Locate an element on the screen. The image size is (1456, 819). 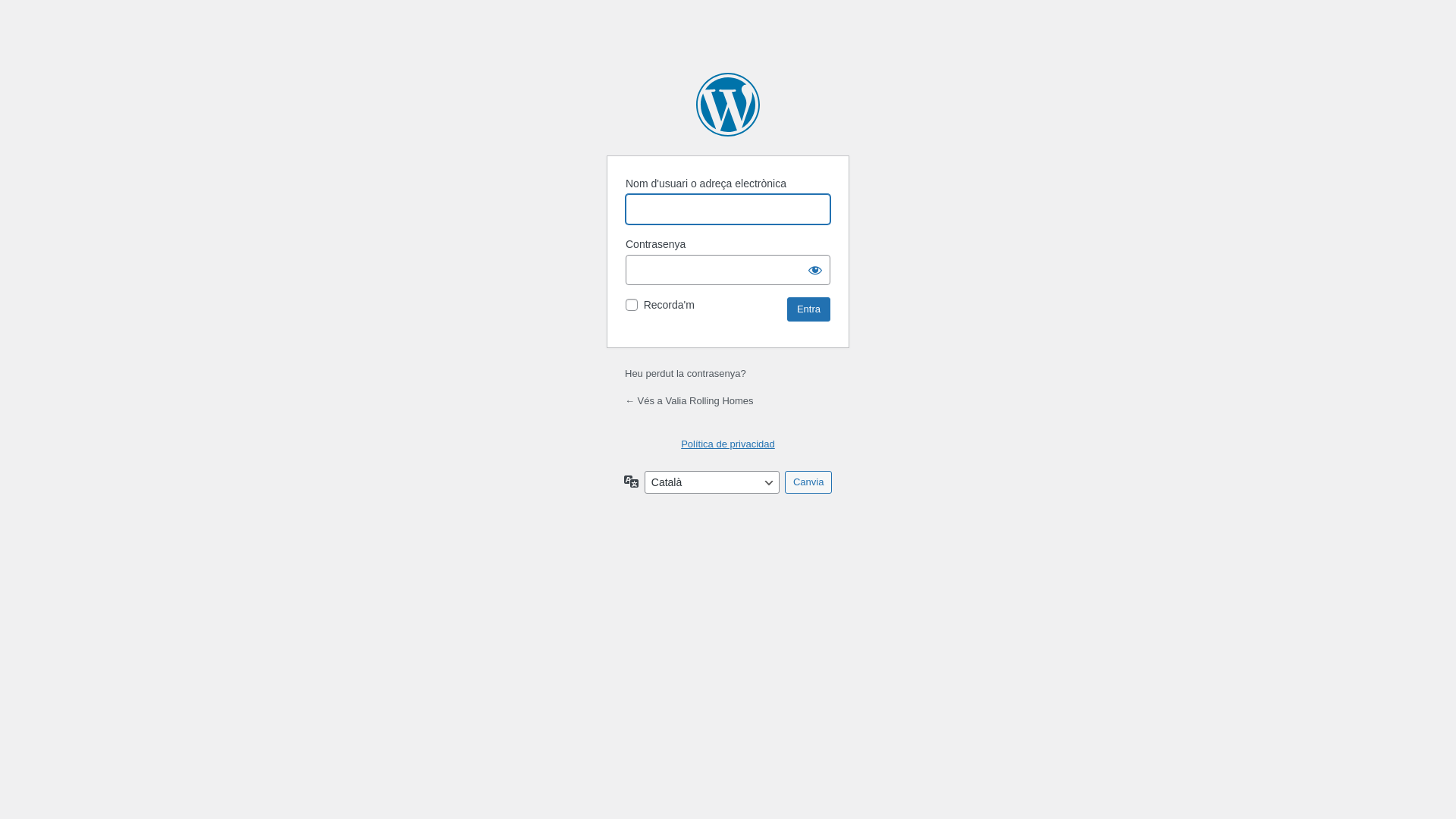
'Canvia' is located at coordinates (807, 482).